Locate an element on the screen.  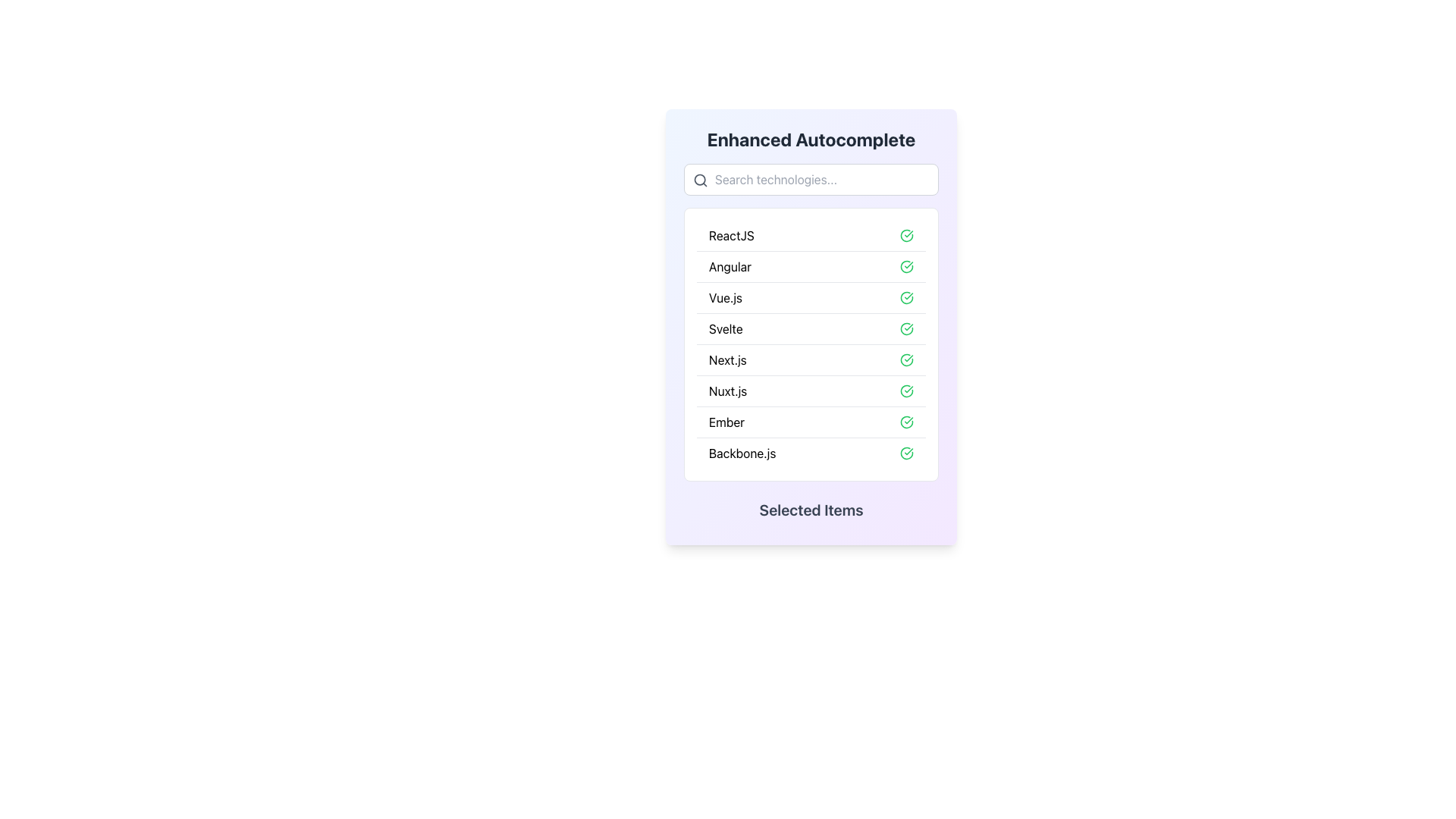
the fifth List Item in the 'Enhanced Autocomplete' card, which represents 'Next.js' is located at coordinates (811, 359).